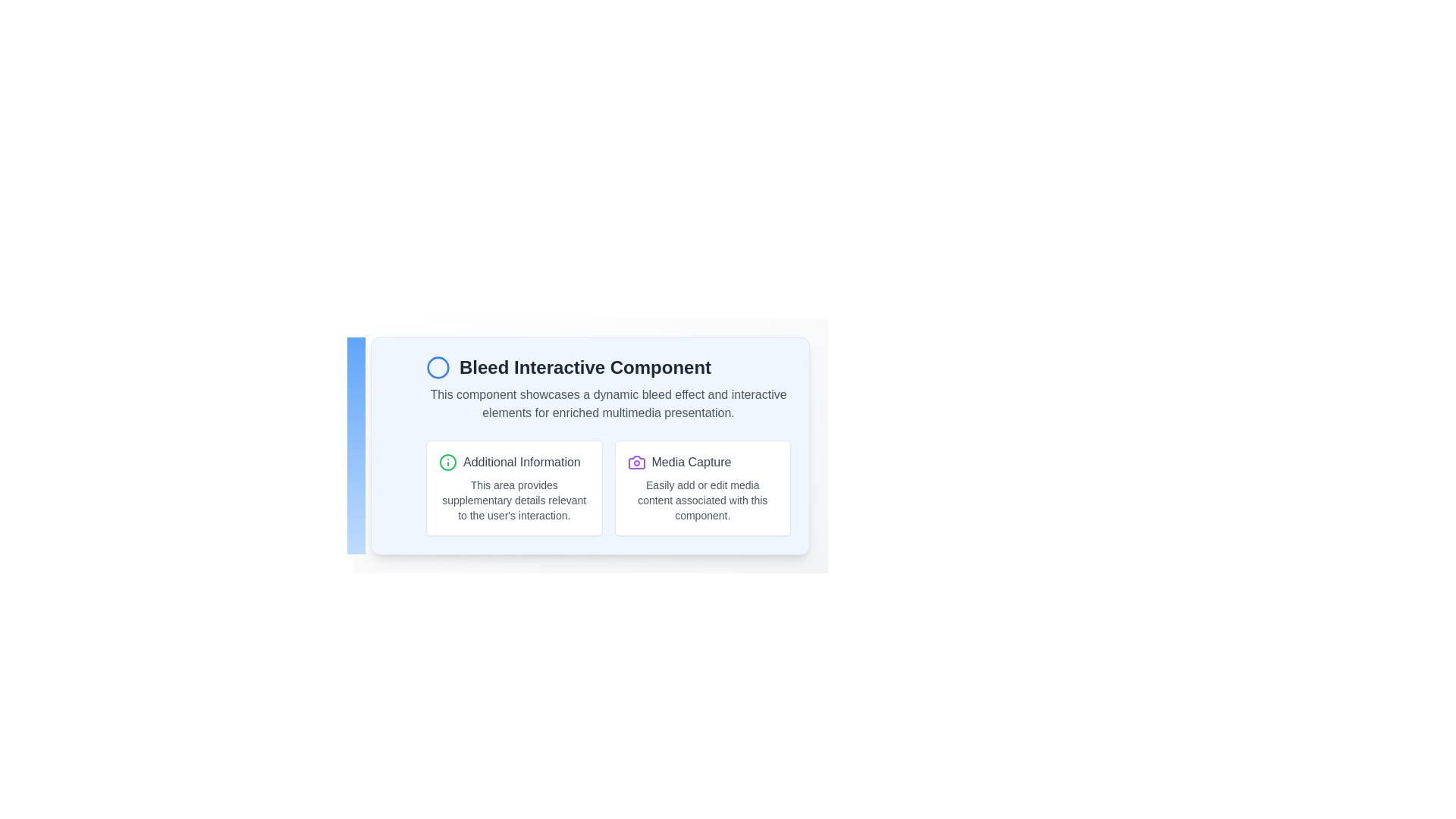 The image size is (1456, 819). What do you see at coordinates (691, 461) in the screenshot?
I see `the text label reading 'Media Capture' which is styled with a gray font color and located next to a purple camera icon in the right information card below the 'Bleed Interactive Component' title section` at bounding box center [691, 461].